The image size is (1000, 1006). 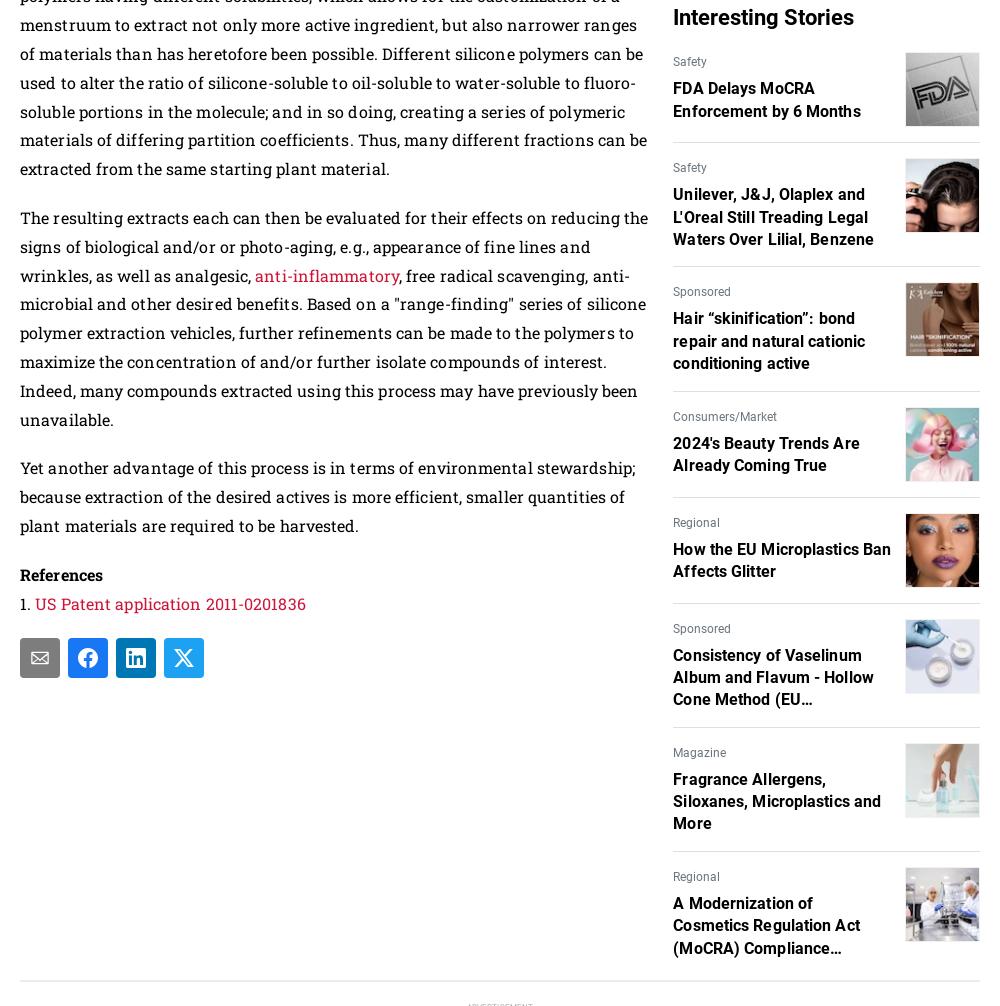 What do you see at coordinates (777, 799) in the screenshot?
I see `'Fragrance Allergens, Siloxanes, Microplastics and More'` at bounding box center [777, 799].